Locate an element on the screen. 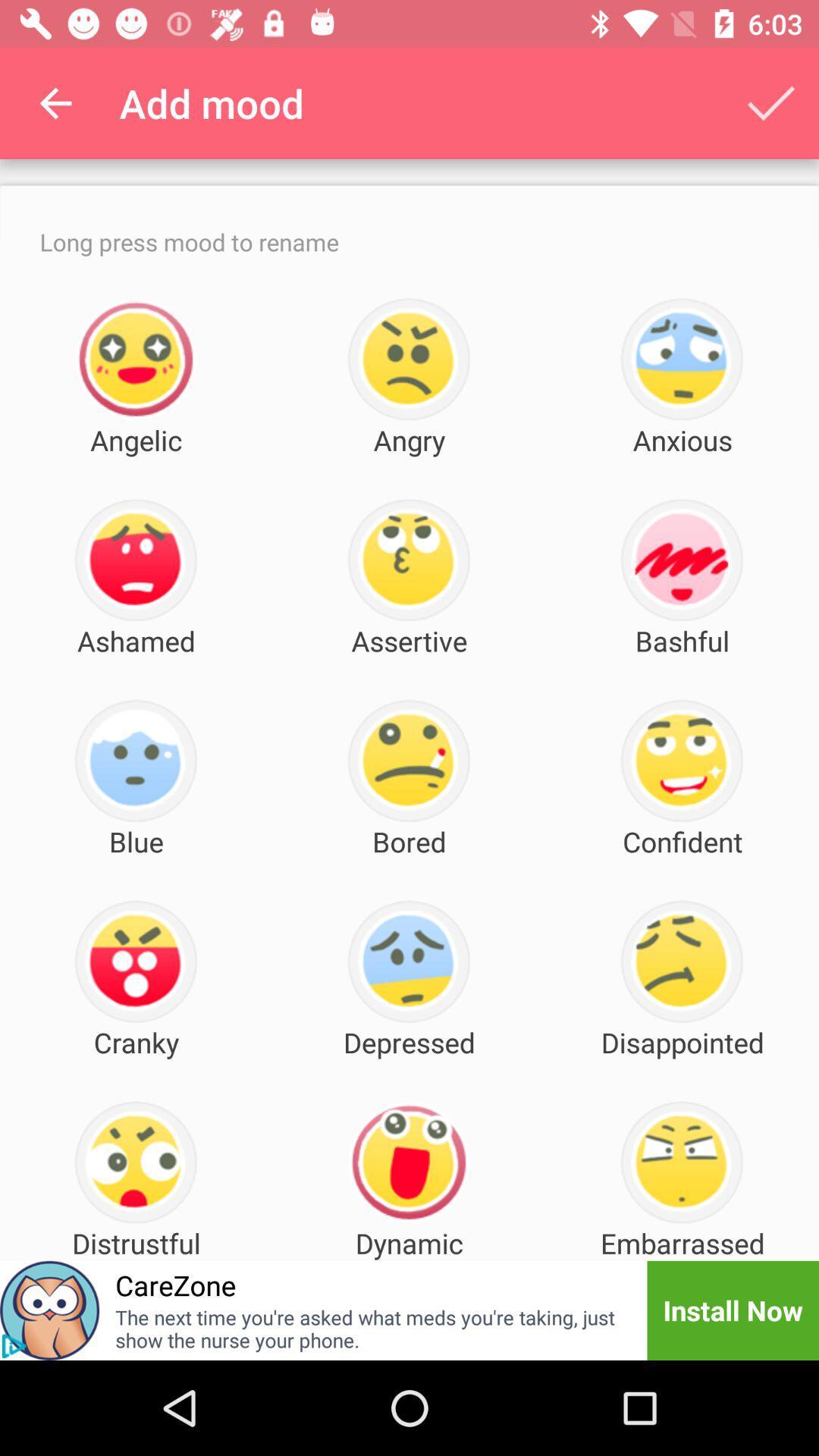  item next to add mood icon is located at coordinates (55, 102).